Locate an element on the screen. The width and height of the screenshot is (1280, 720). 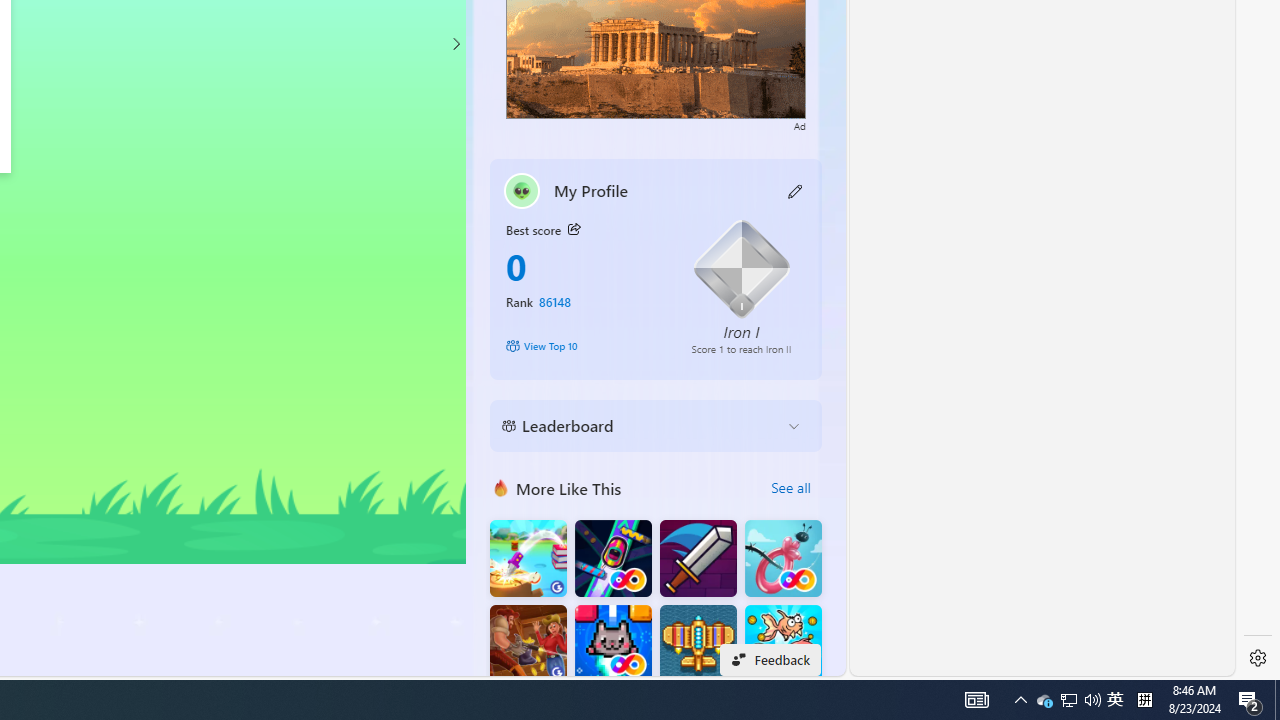
'Knife Flip' is located at coordinates (528, 558).